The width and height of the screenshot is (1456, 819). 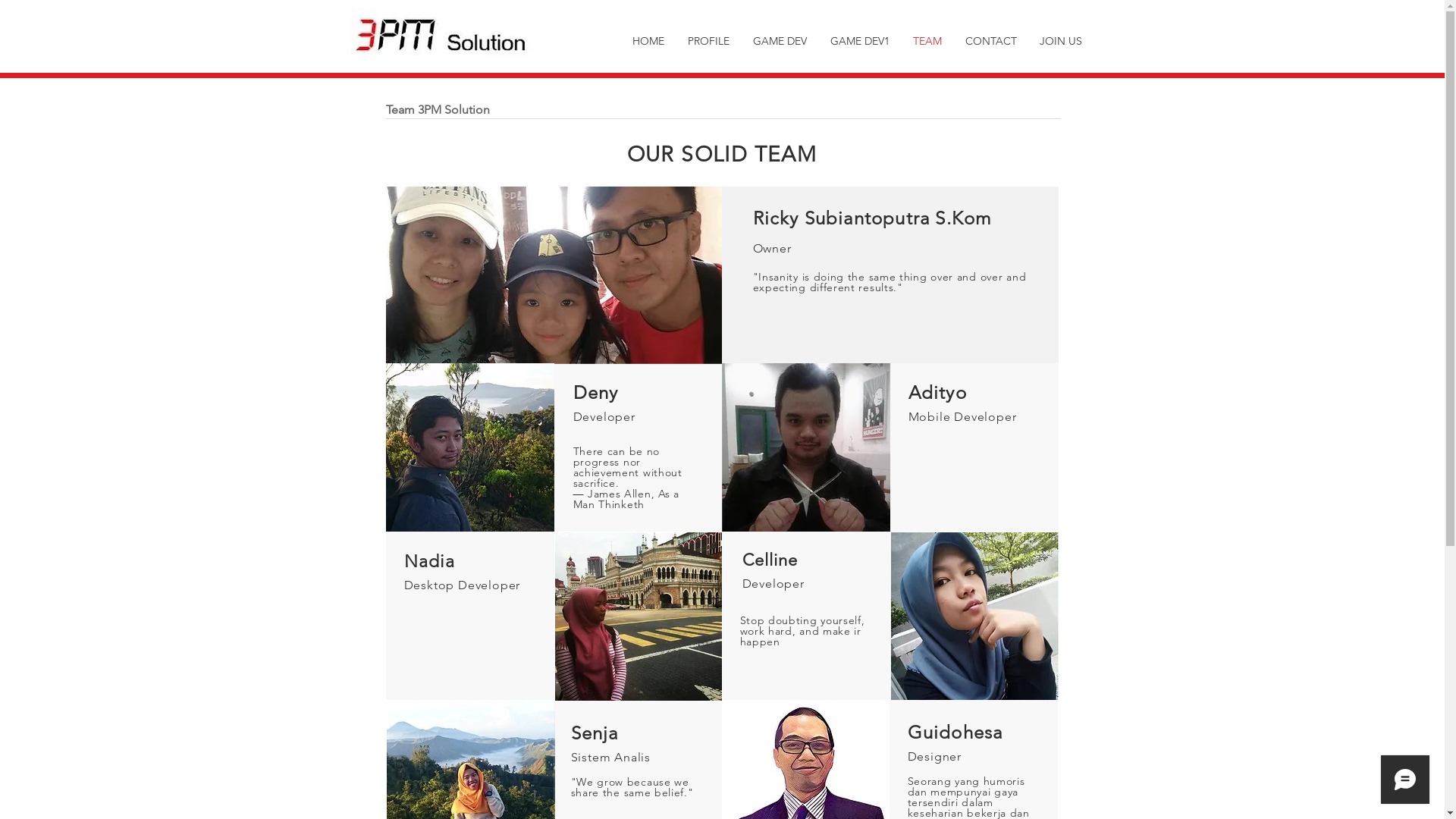 I want to click on 'JOIN US', so click(x=1059, y=40).